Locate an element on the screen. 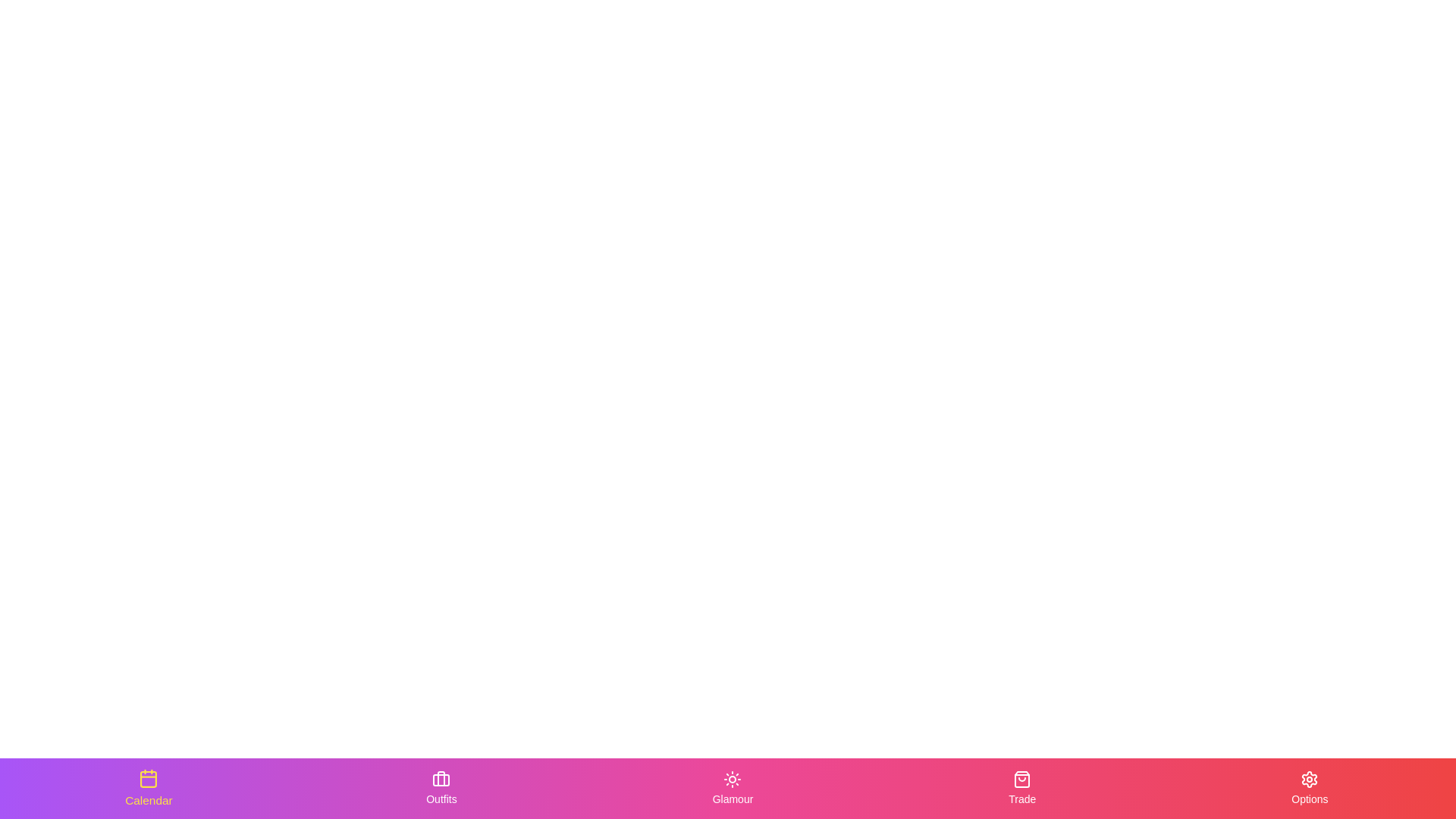 The image size is (1456, 819). the tab labeled Trade to observe its hover effect is located at coordinates (1022, 788).